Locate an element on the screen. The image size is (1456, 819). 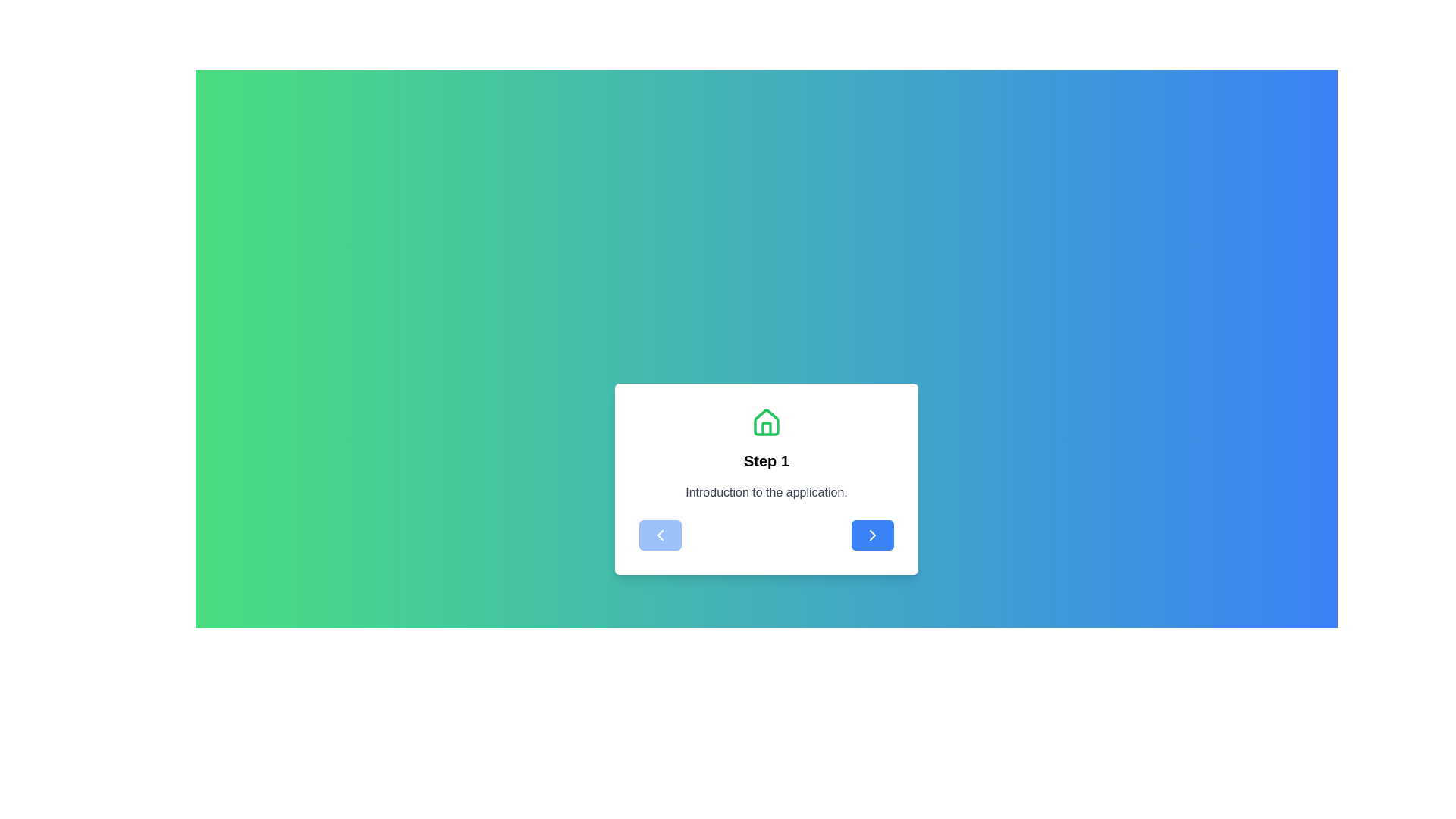
the home icon for visual context is located at coordinates (767, 423).